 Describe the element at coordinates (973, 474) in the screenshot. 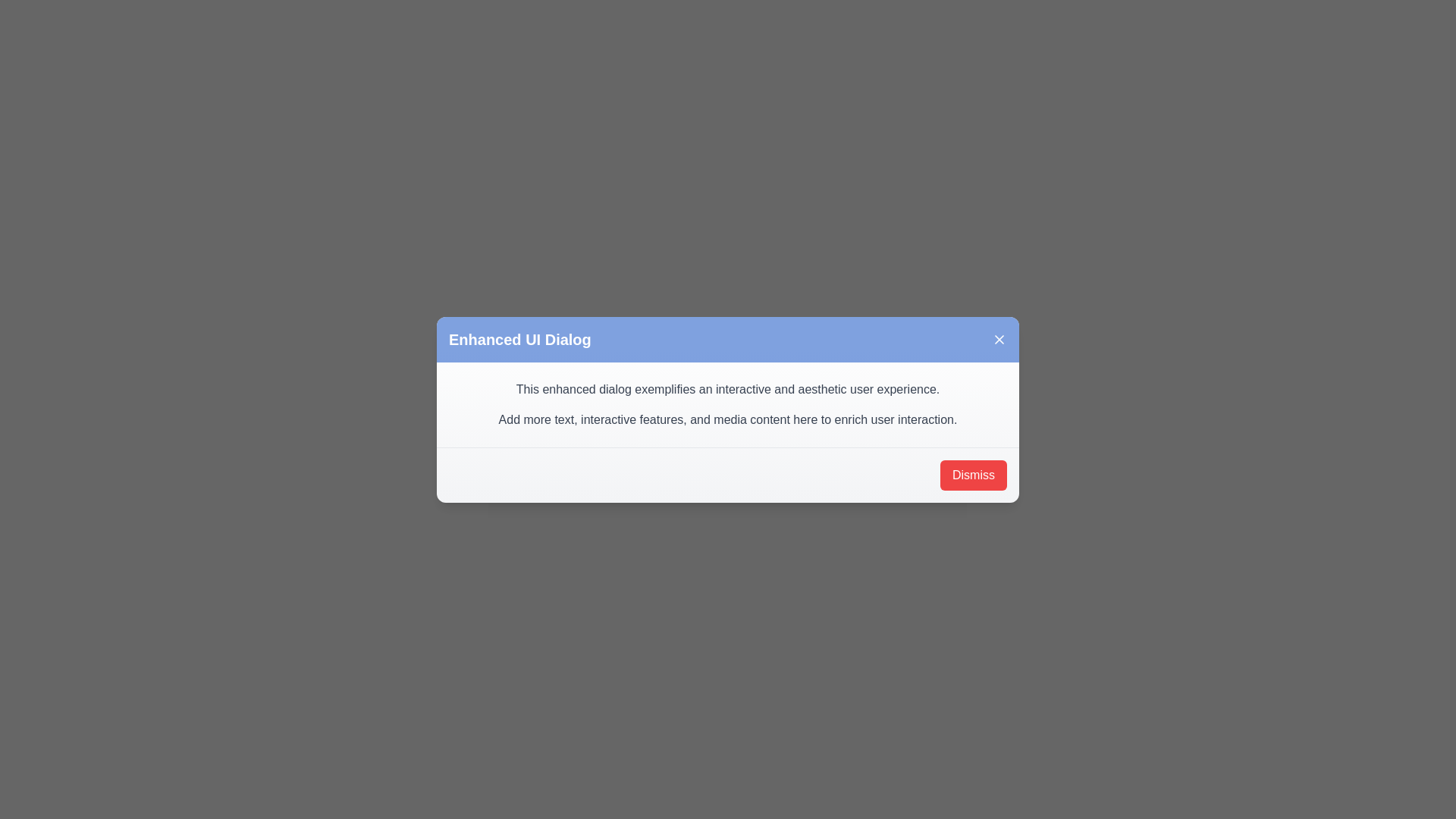

I see `the 'Dismiss' button to close the dialog` at that location.